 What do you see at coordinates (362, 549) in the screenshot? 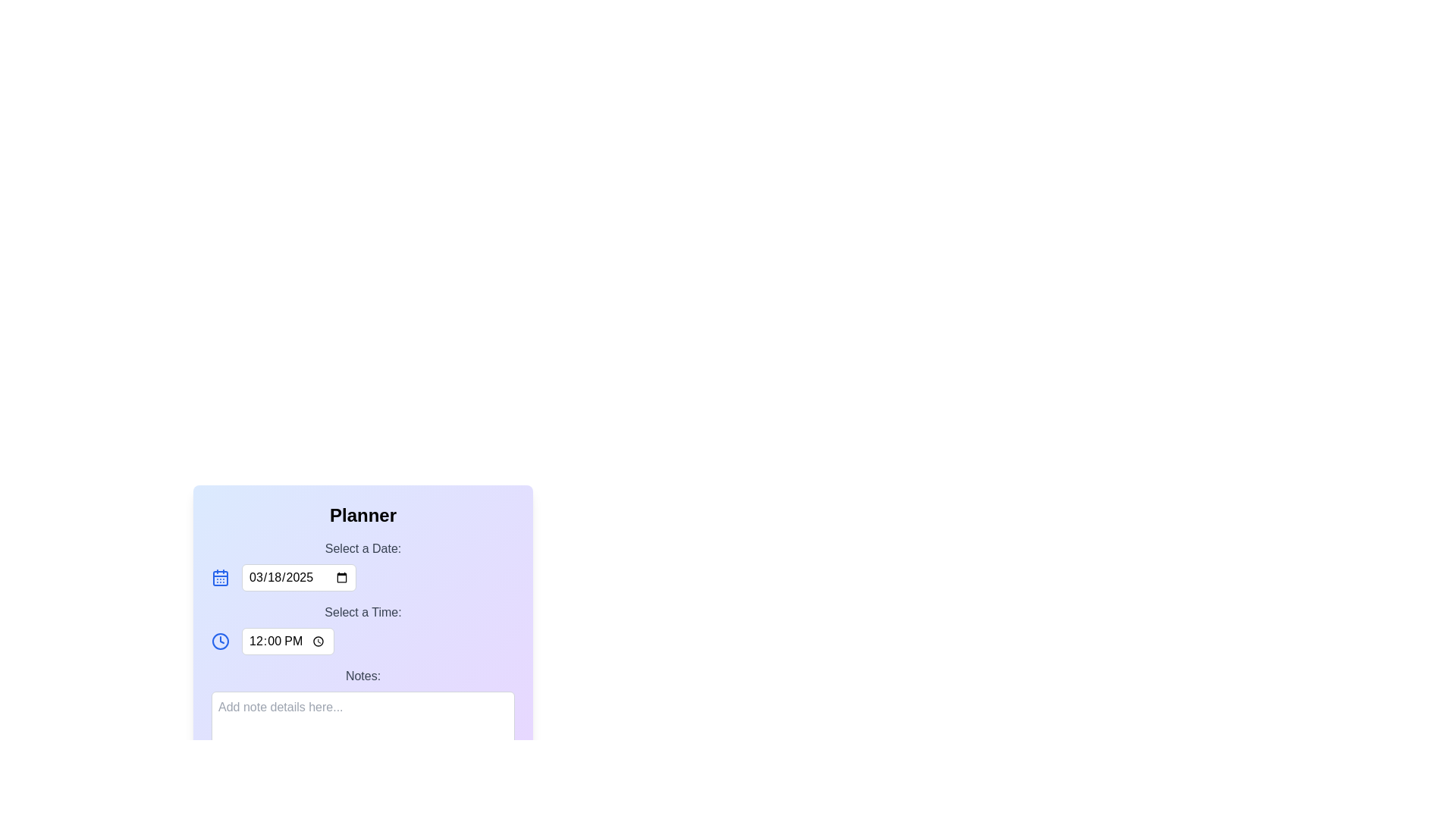
I see `text label that serves as a descriptor for the date input field, positioned above the date picker input control` at bounding box center [362, 549].